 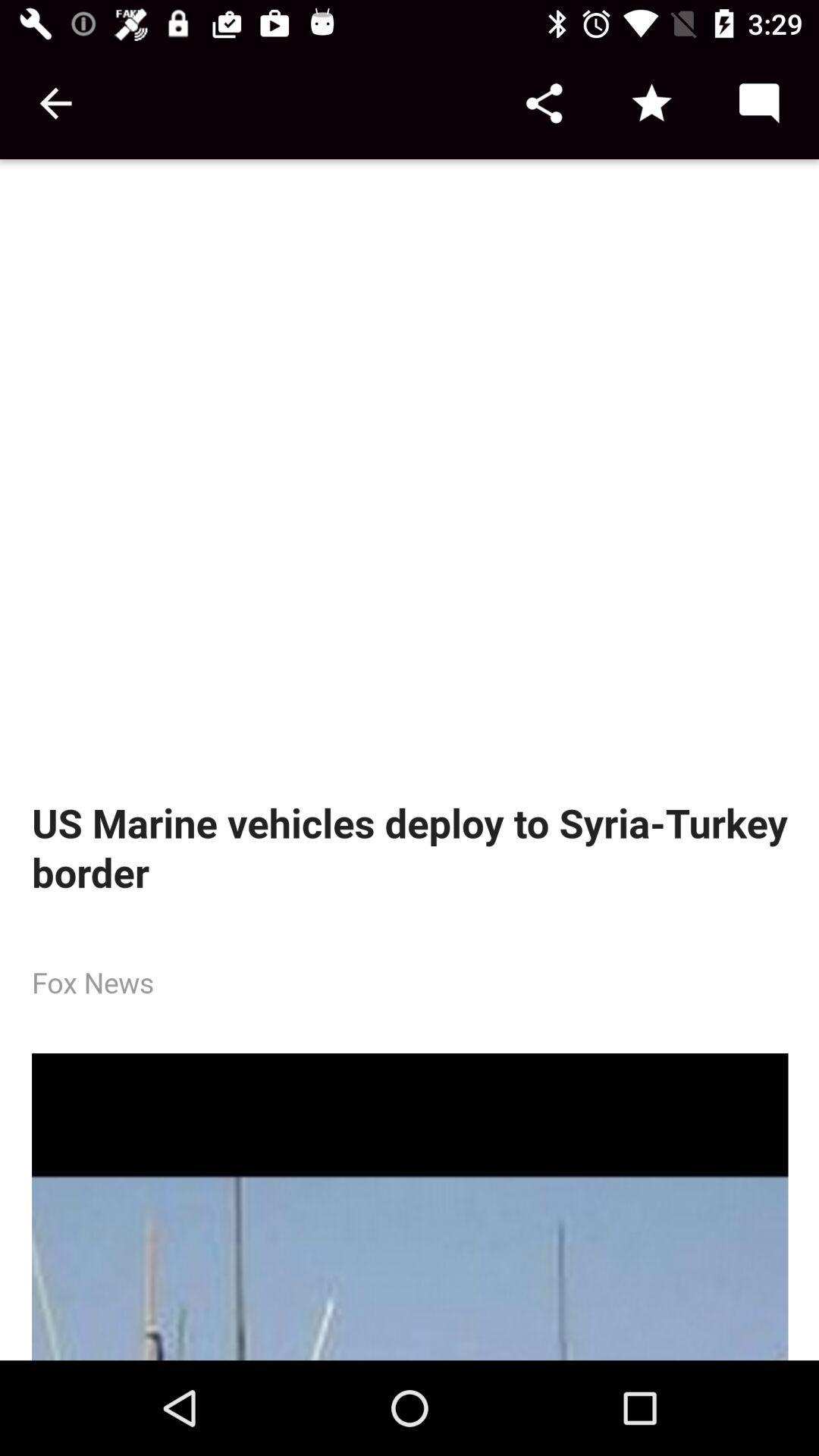 I want to click on share button, so click(x=543, y=102).